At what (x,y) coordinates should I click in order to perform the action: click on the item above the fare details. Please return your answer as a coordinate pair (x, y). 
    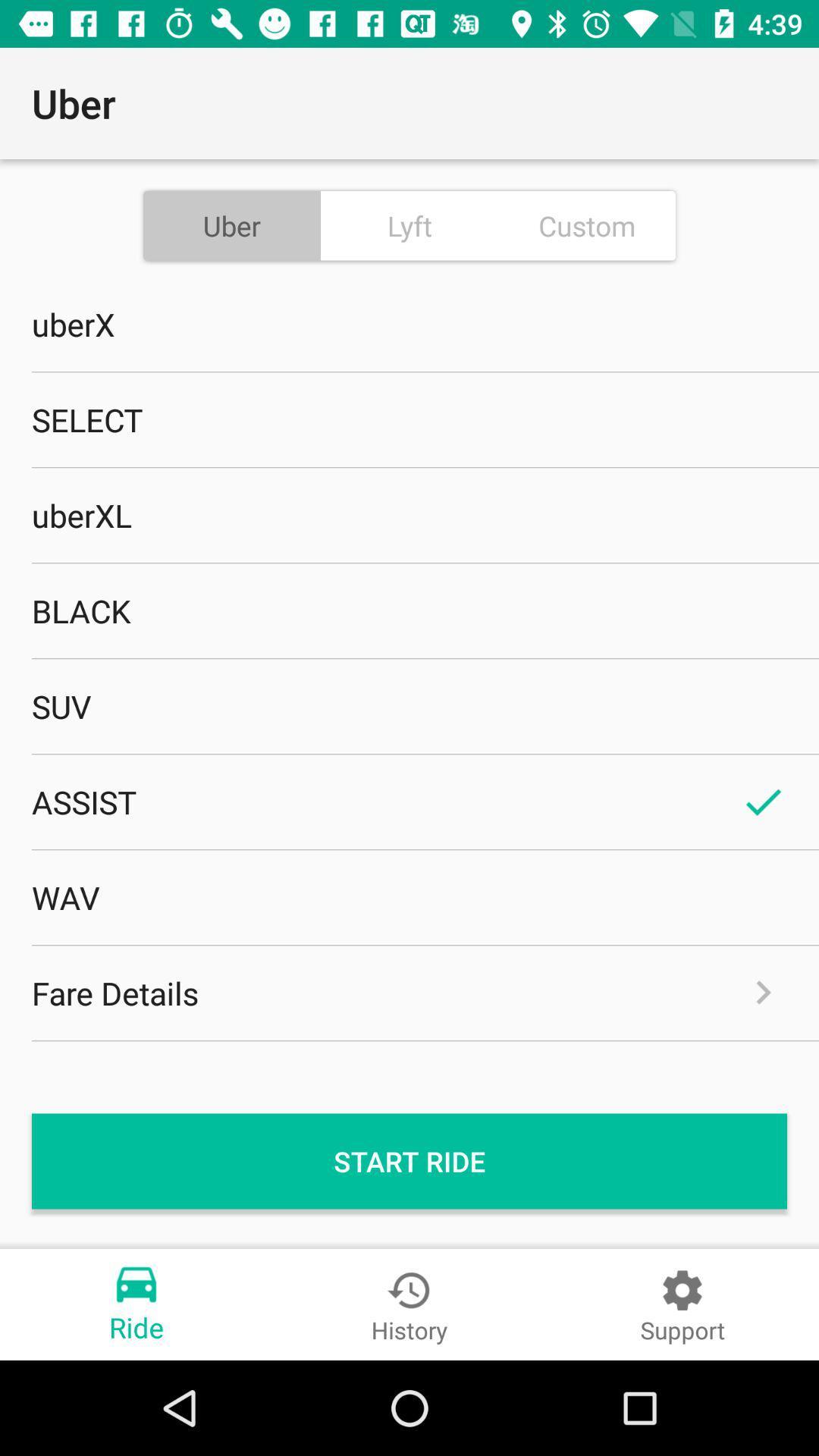
    Looking at the image, I should click on (409, 897).